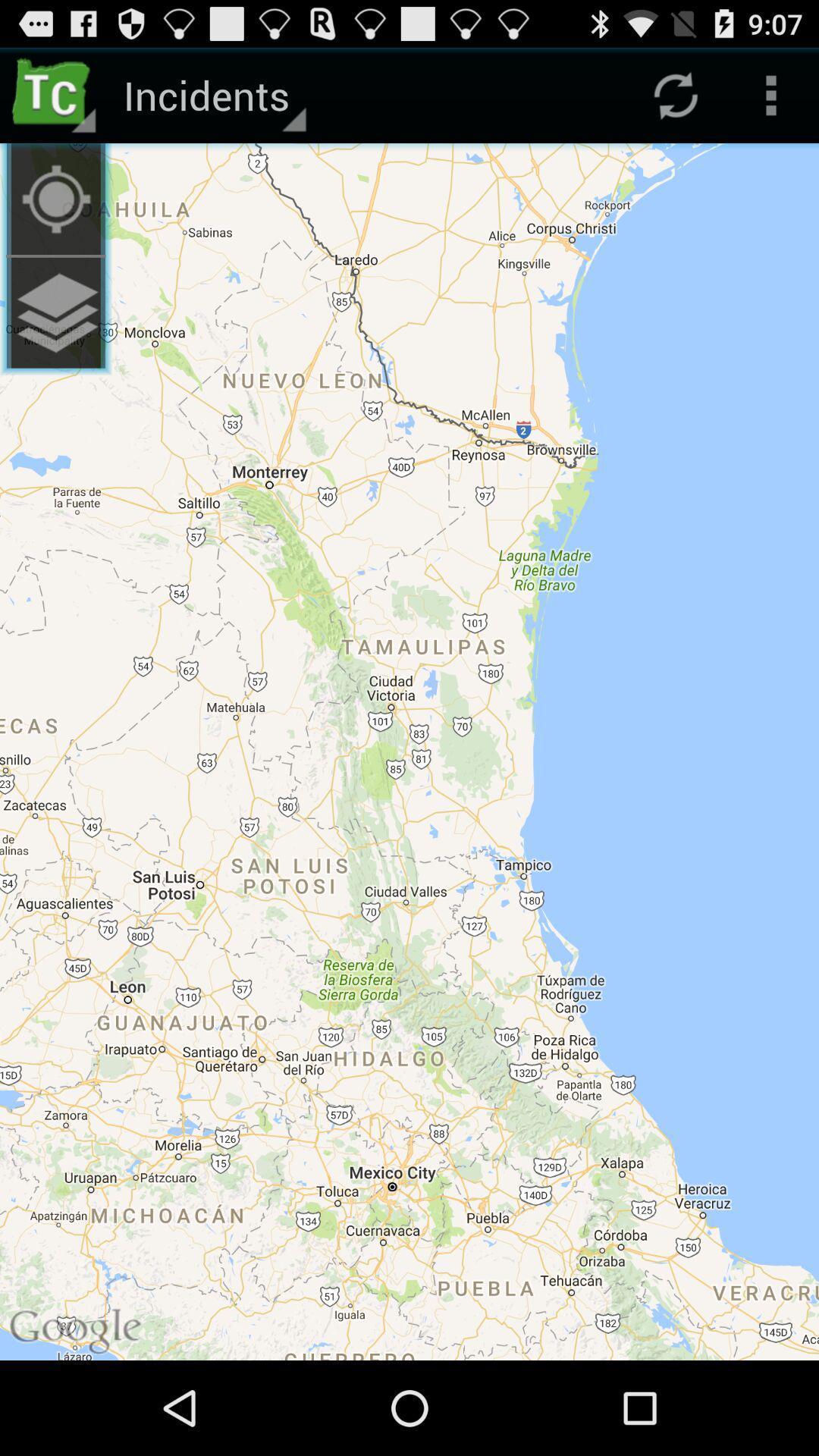 Image resolution: width=819 pixels, height=1456 pixels. Describe the element at coordinates (212, 94) in the screenshot. I see `incidents` at that location.